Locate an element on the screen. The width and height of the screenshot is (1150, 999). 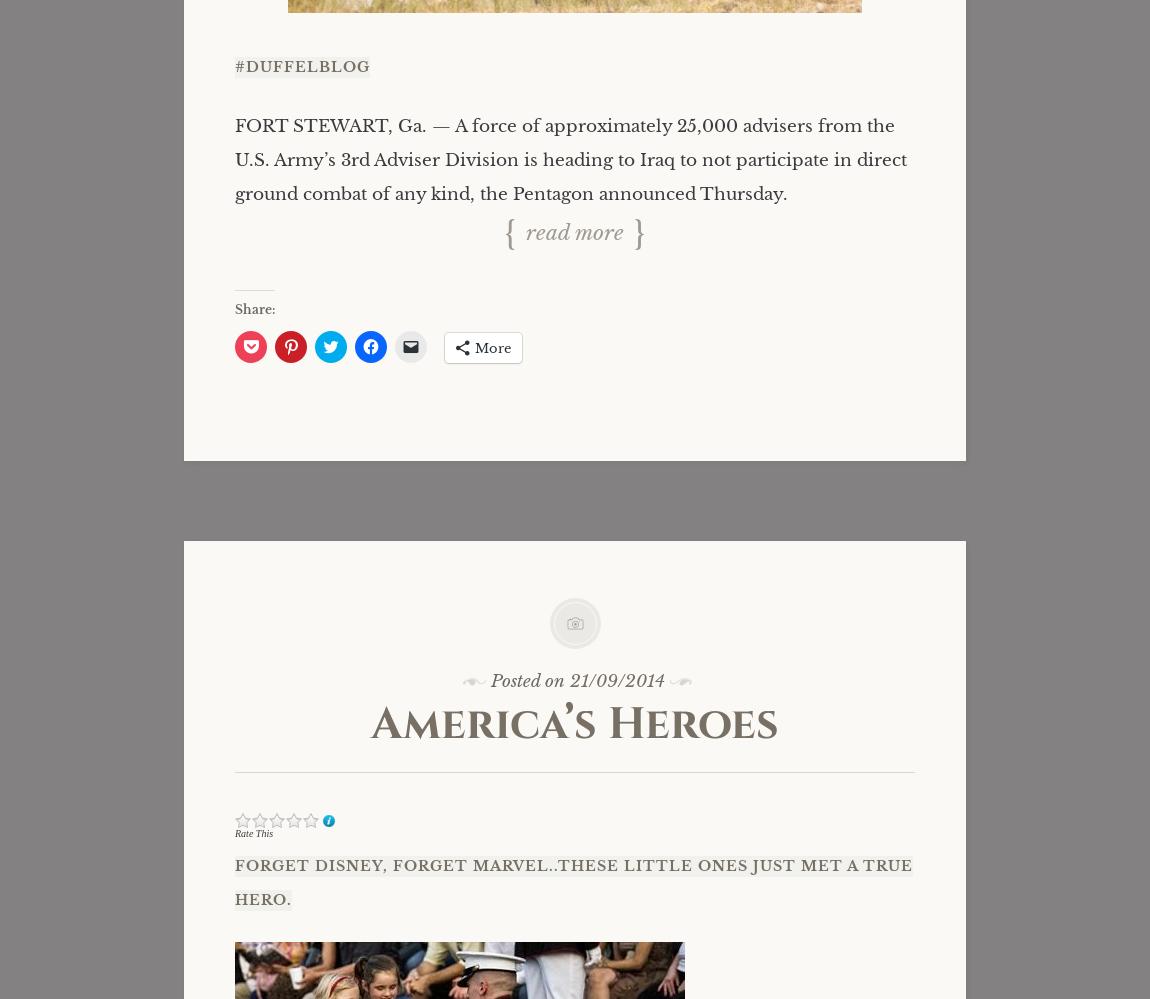
'Forget Disney, Forget Marvel..these little ones just met a true hero.' is located at coordinates (573, 881).